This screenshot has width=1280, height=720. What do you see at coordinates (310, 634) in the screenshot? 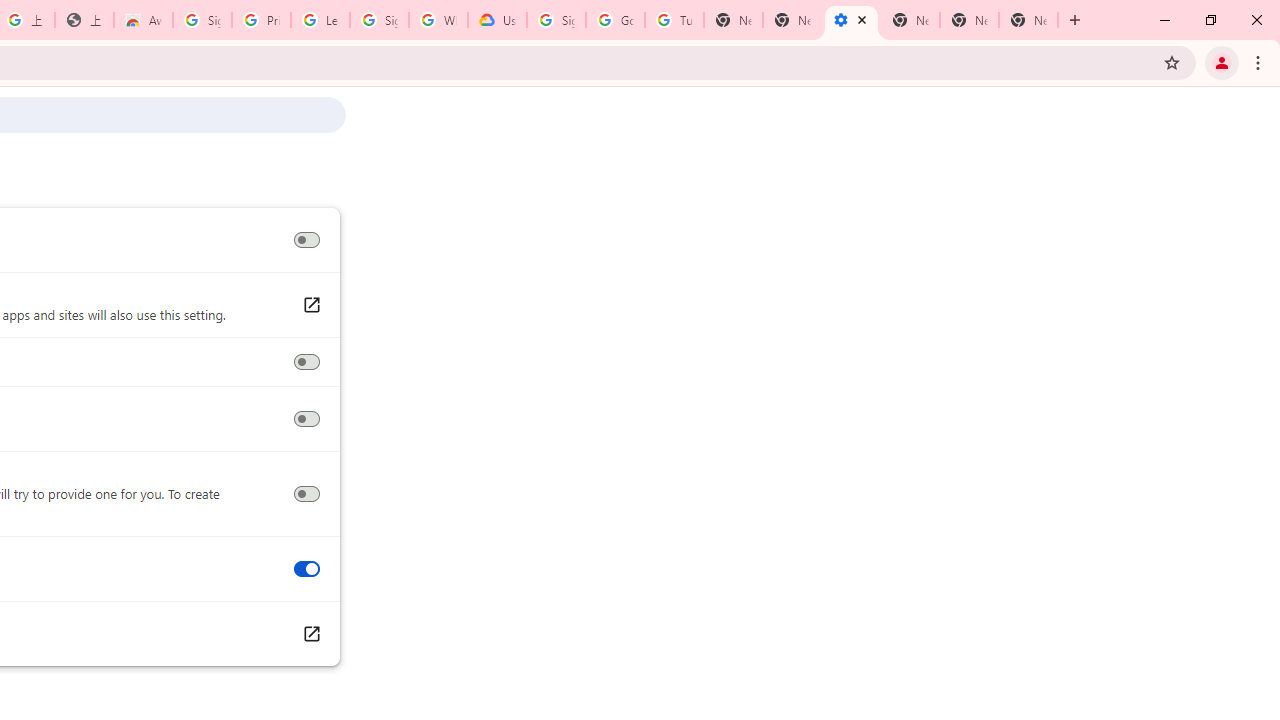
I see `'Add accessibility features Open Chrome Web Store'` at bounding box center [310, 634].